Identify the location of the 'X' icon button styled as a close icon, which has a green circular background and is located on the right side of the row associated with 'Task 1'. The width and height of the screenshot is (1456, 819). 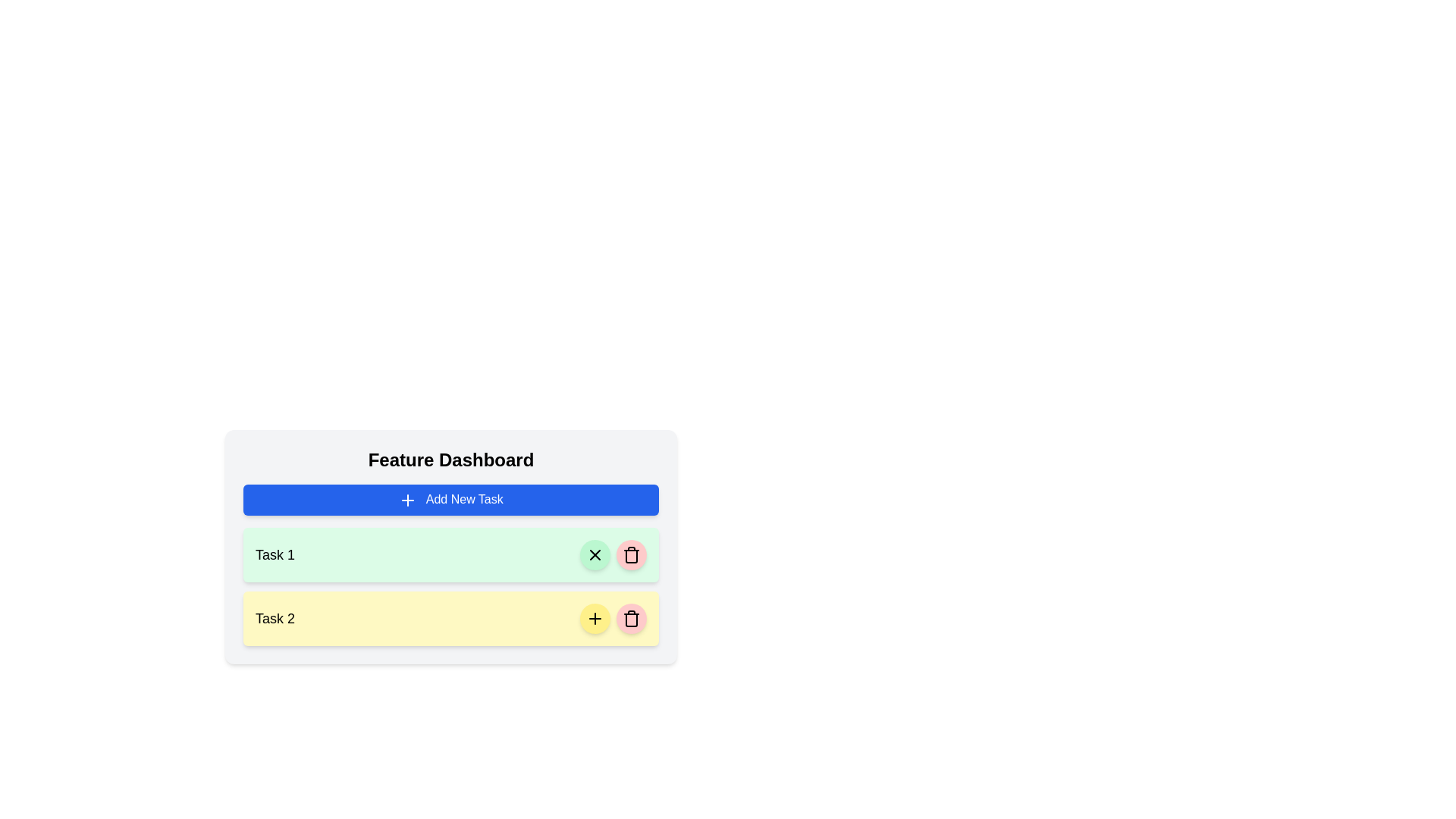
(595, 554).